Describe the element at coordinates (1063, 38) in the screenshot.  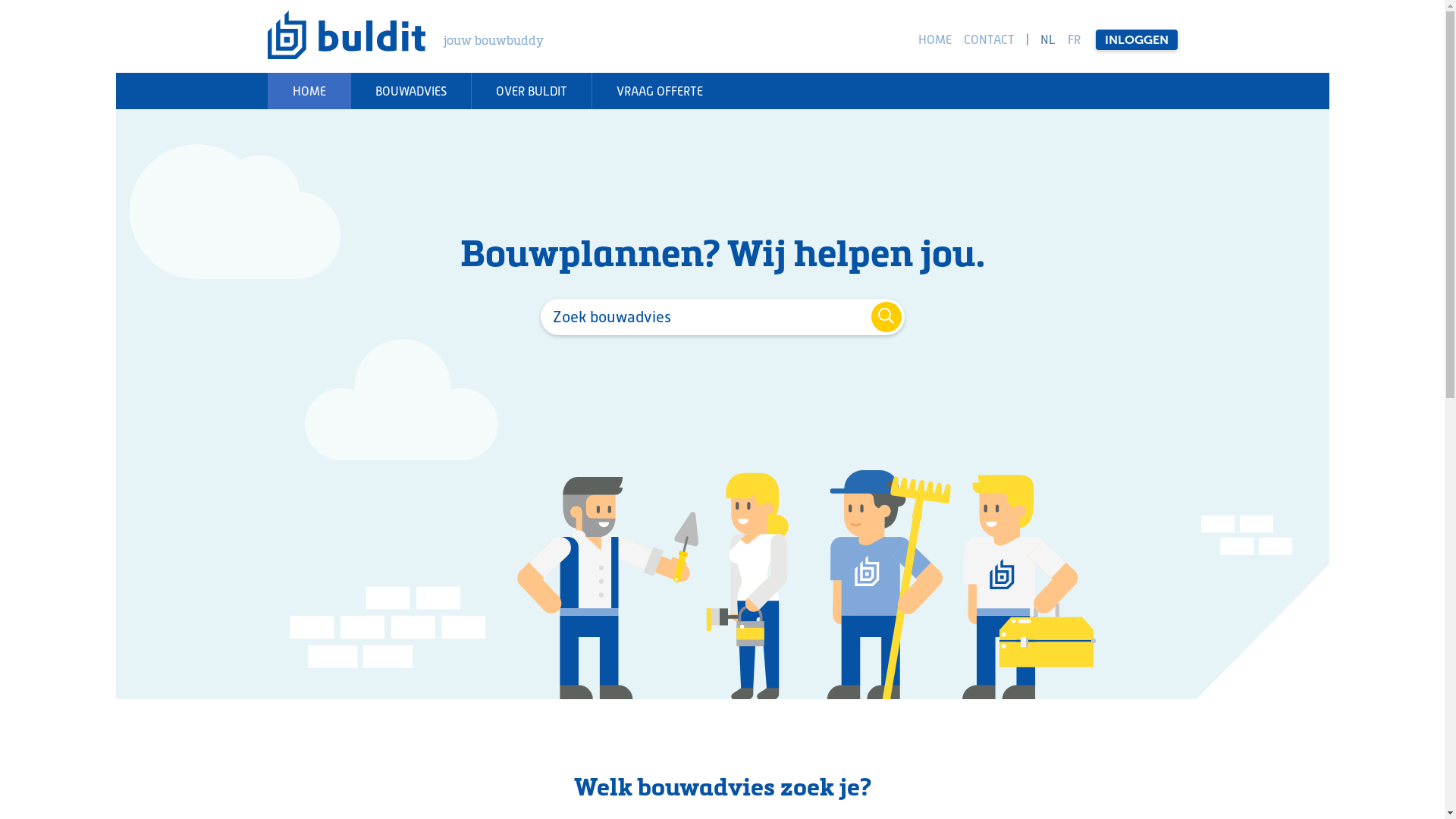
I see `'FR'` at that location.